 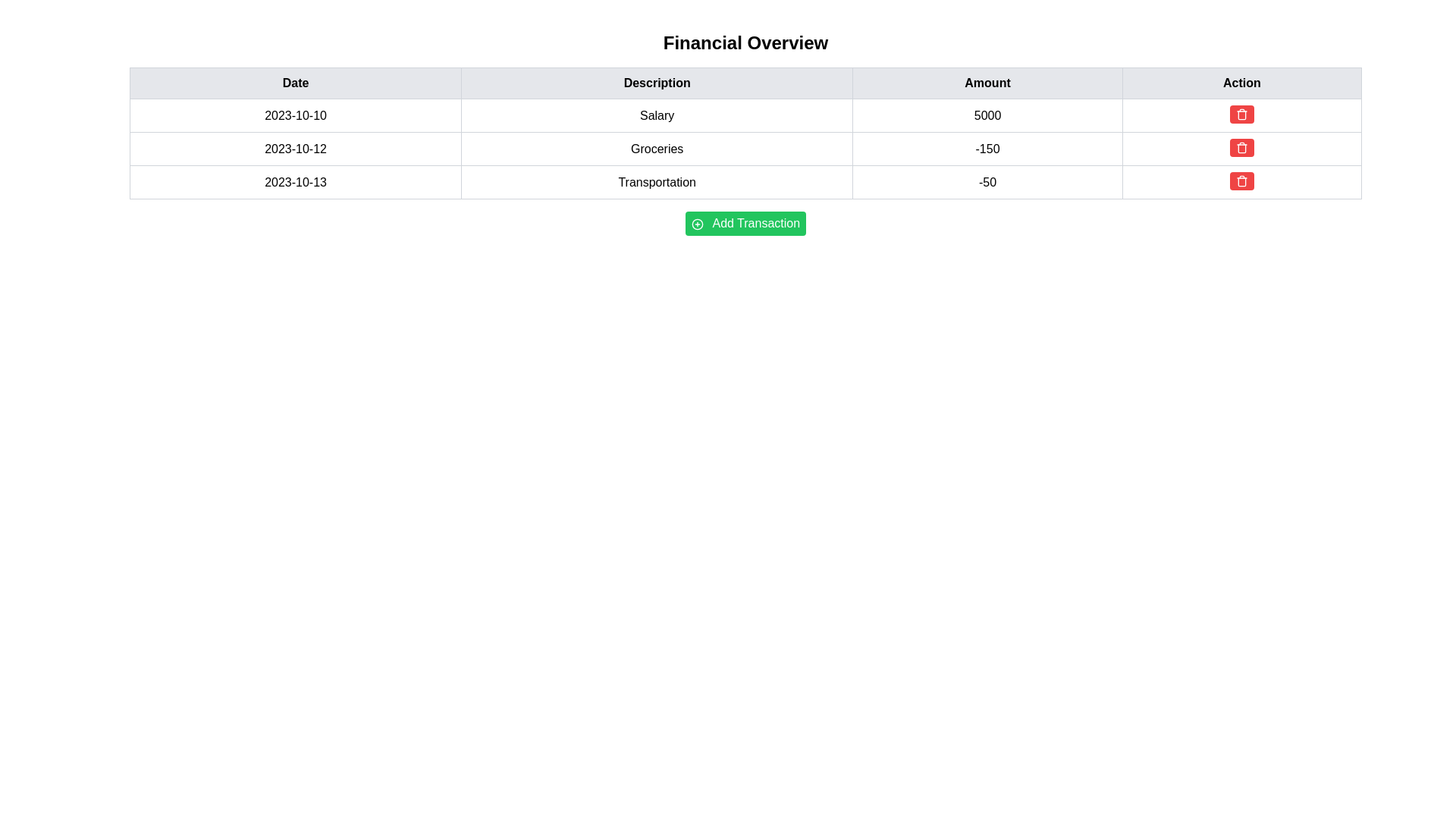 I want to click on the Text Display Field displaying 'Groceries', which is located in the second column of the second row in the transaction details table, so click(x=657, y=149).